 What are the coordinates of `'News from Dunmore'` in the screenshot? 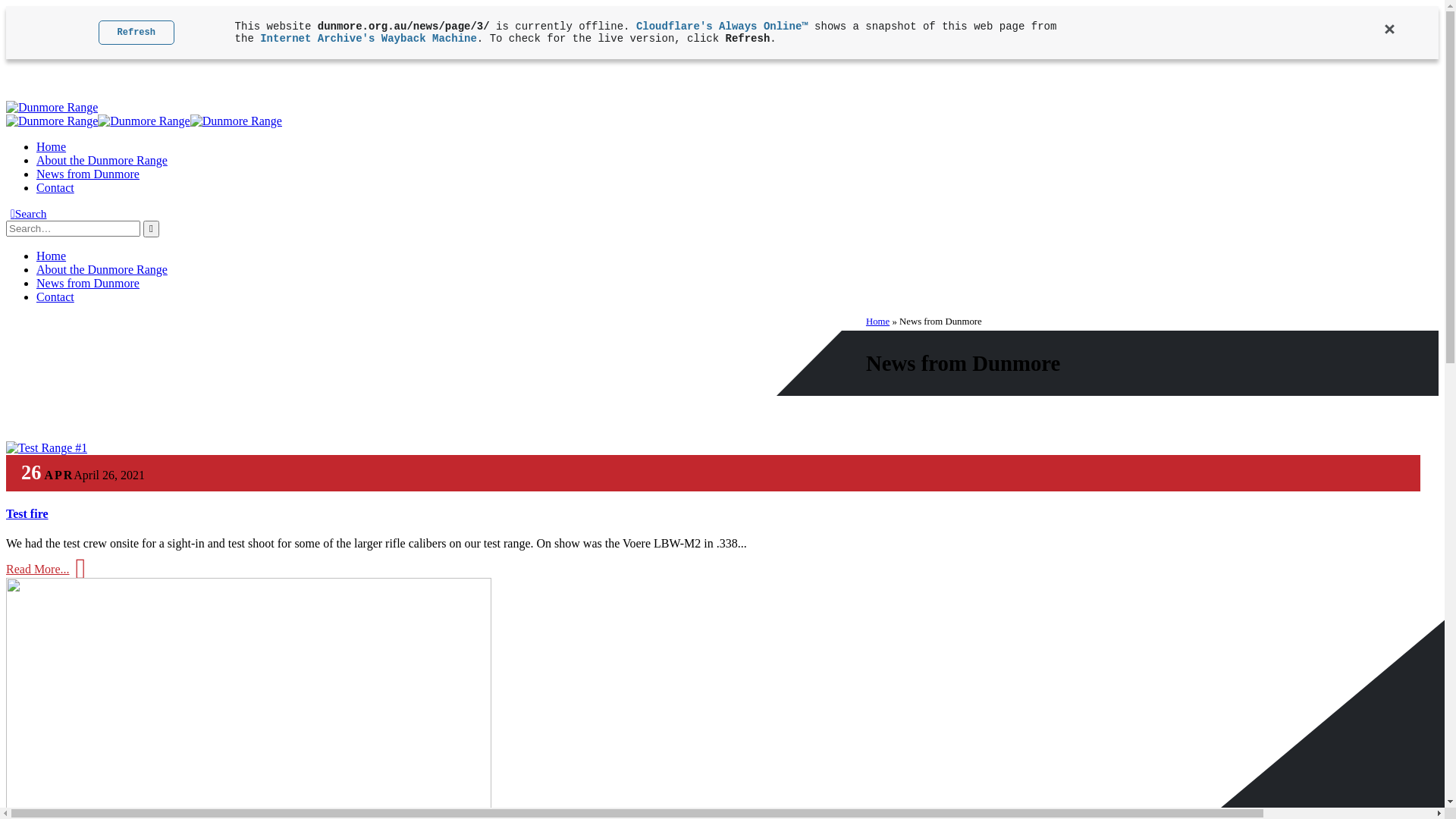 It's located at (86, 283).